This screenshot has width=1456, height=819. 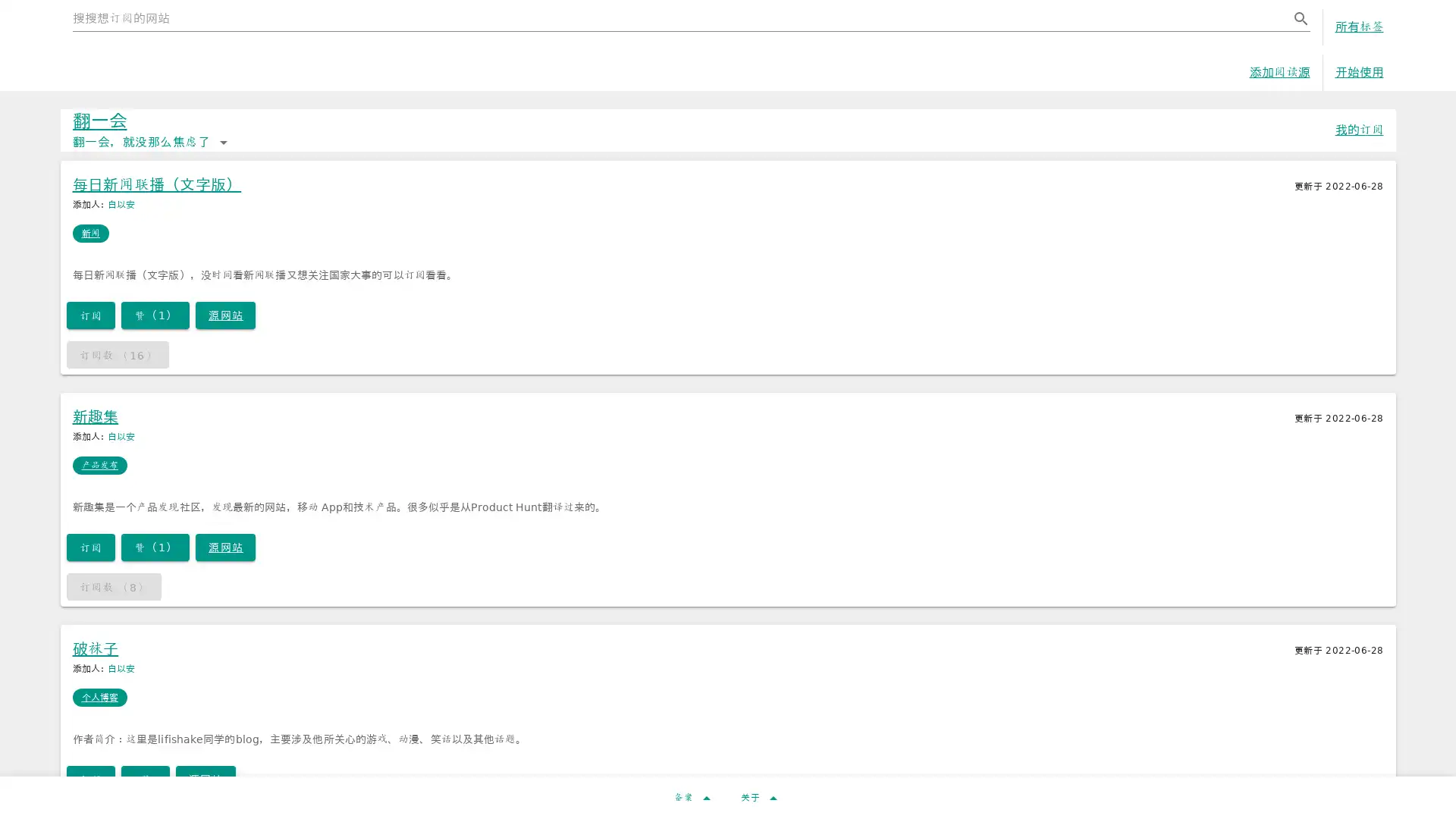 What do you see at coordinates (116, 360) in the screenshot?
I see `(16)` at bounding box center [116, 360].